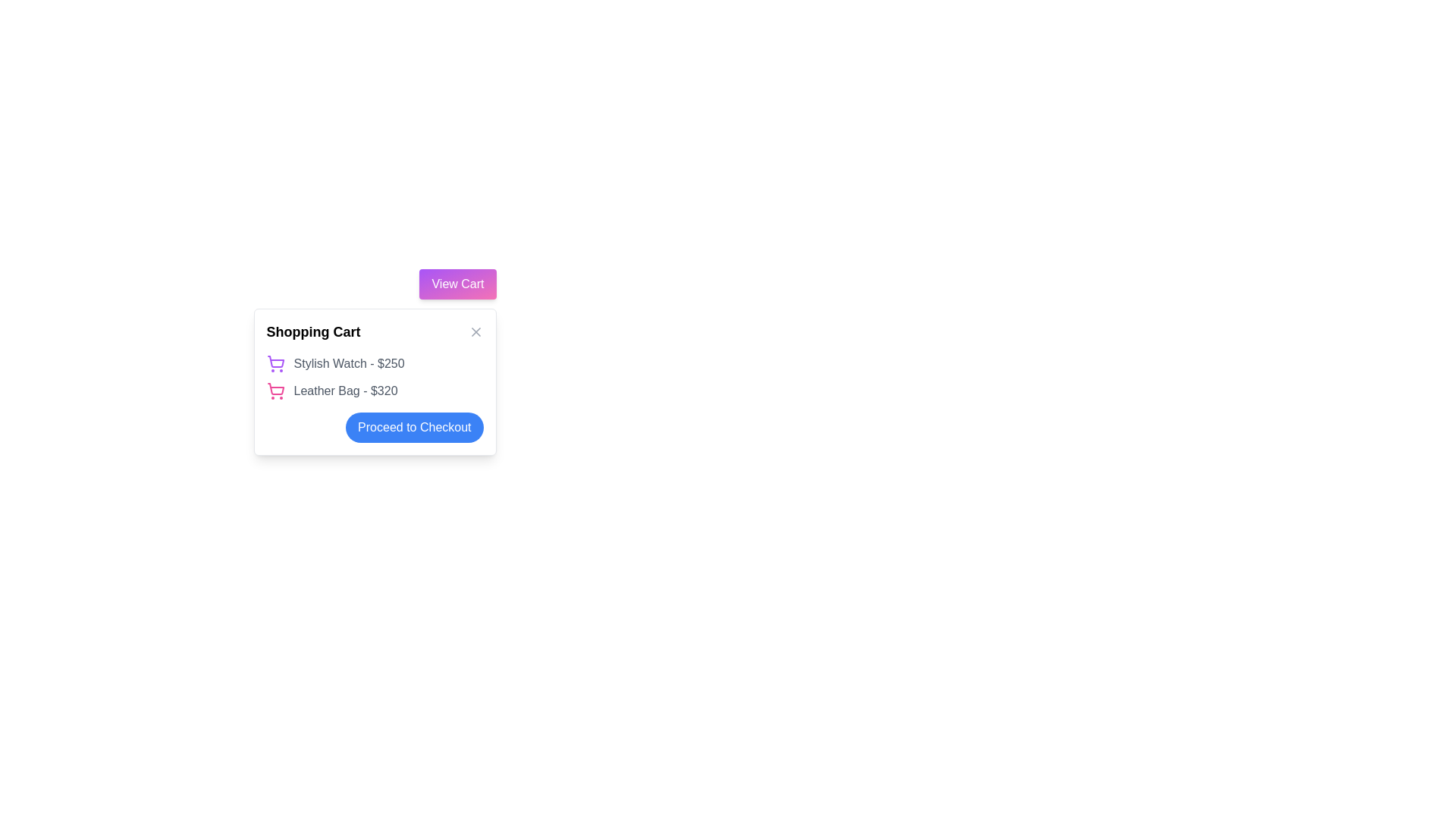  What do you see at coordinates (345, 391) in the screenshot?
I see `the static text that describes the second item in the shopping cart, located below 'Stylish Watch - $250'` at bounding box center [345, 391].